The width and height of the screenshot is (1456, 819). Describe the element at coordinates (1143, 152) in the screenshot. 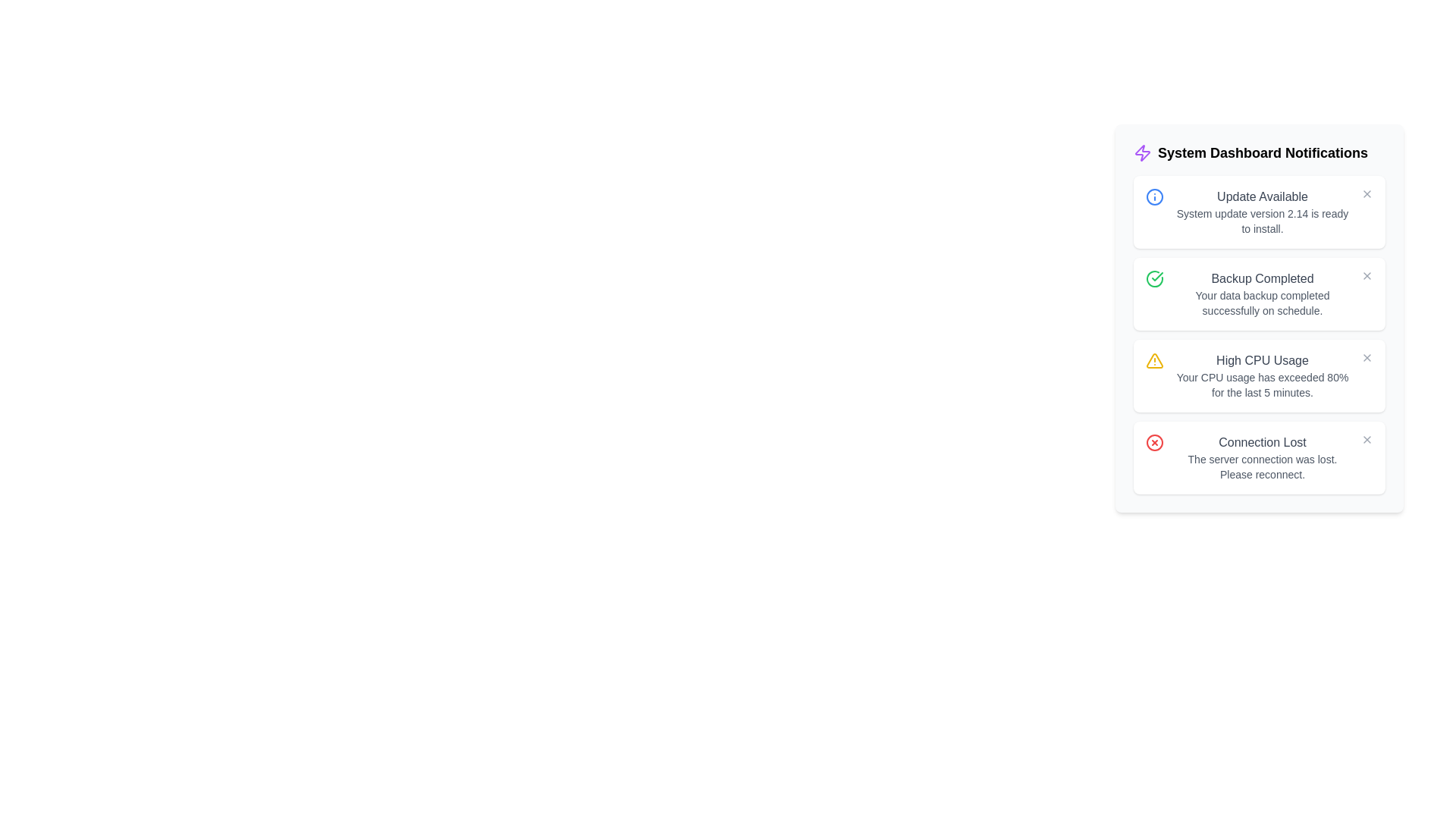

I see `the stylized lightning-bolt icon` at that location.